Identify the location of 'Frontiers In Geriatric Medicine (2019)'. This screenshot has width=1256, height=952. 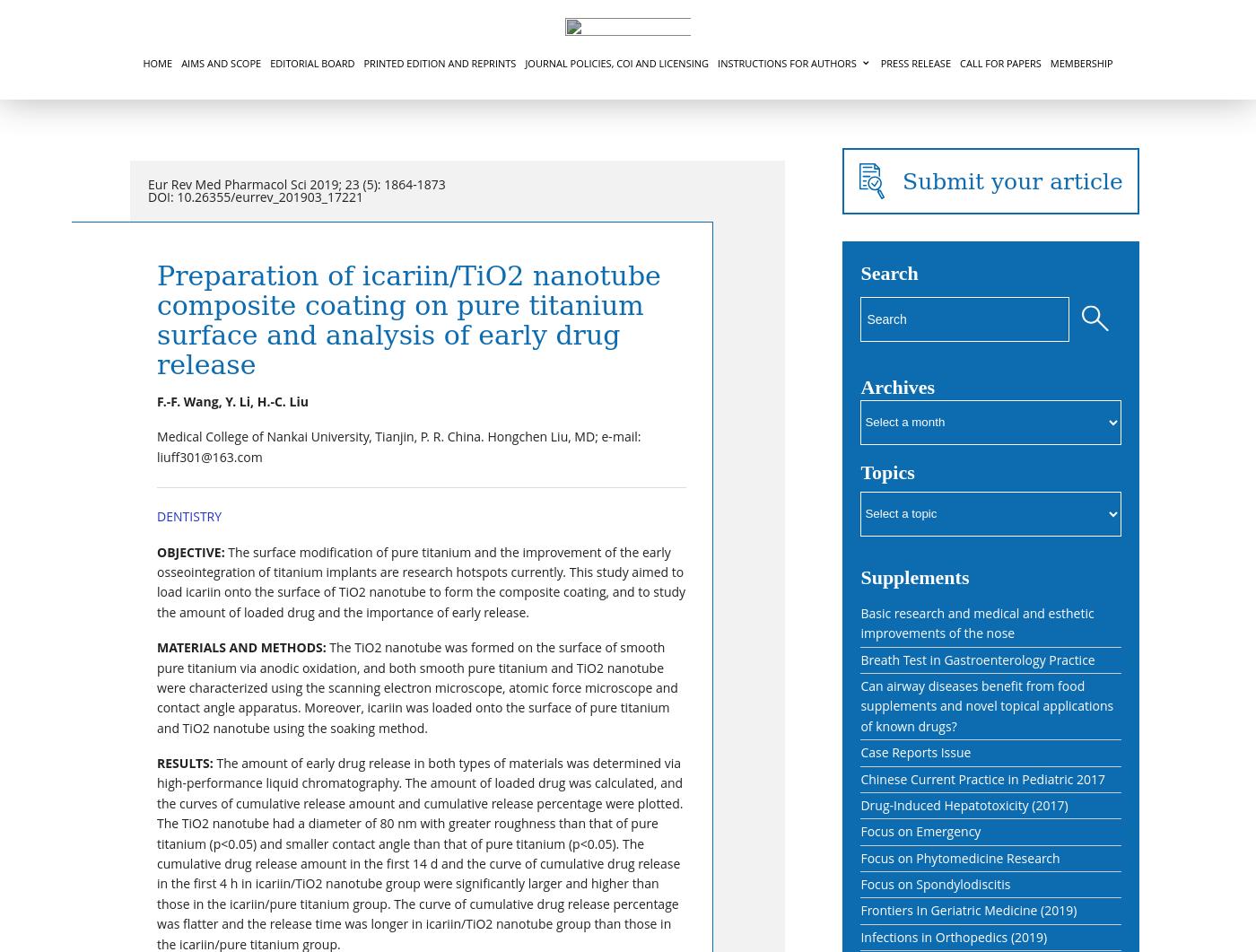
(968, 909).